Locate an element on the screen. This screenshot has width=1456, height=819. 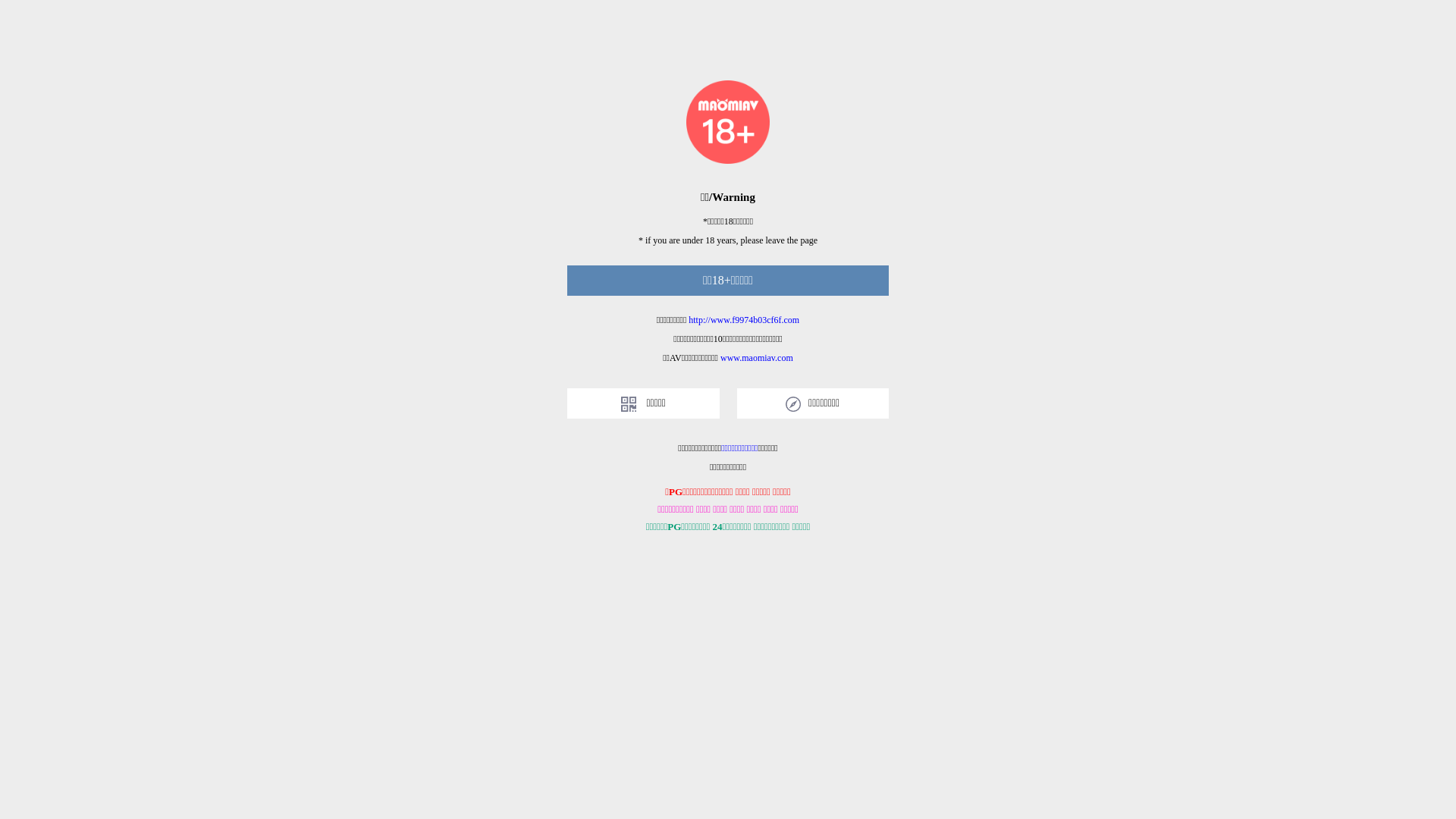
'www.maomiav.com' is located at coordinates (720, 357).